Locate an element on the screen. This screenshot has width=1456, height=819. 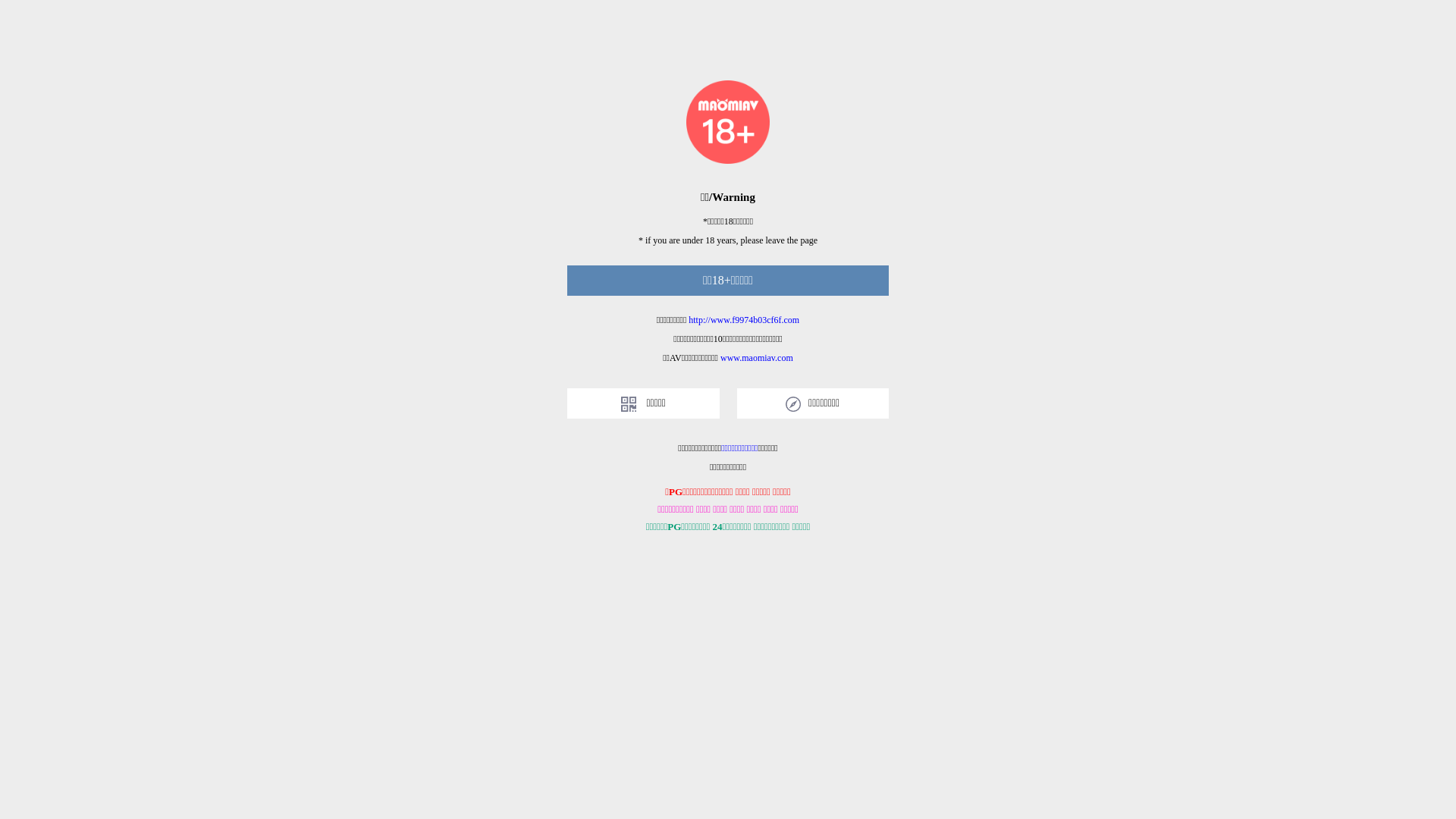
'www.maomiav.com' is located at coordinates (720, 357).